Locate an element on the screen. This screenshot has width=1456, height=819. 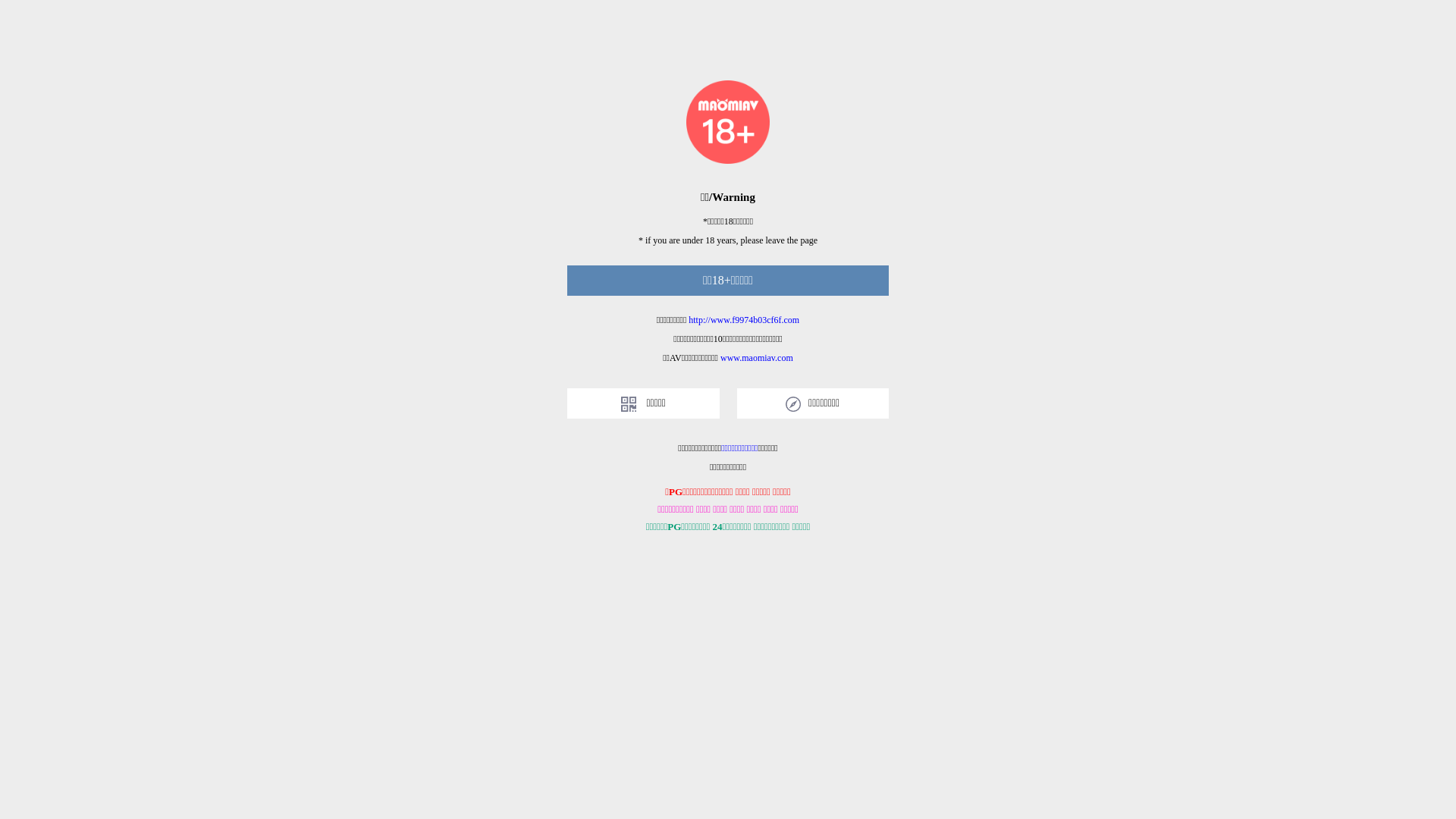
'www.maomiav.com' is located at coordinates (720, 357).